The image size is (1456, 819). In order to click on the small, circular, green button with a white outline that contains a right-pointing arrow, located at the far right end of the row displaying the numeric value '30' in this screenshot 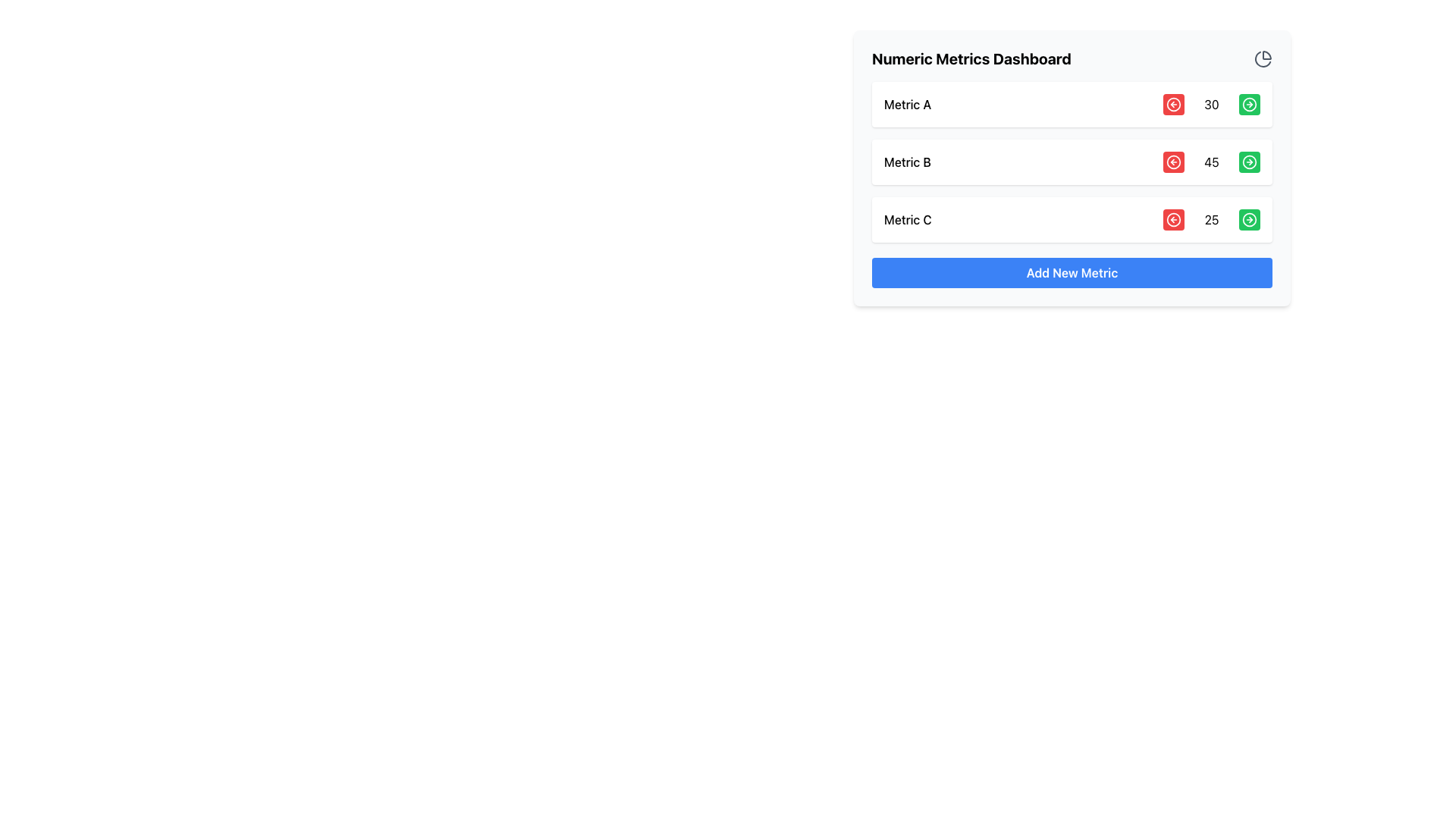, I will do `click(1249, 104)`.